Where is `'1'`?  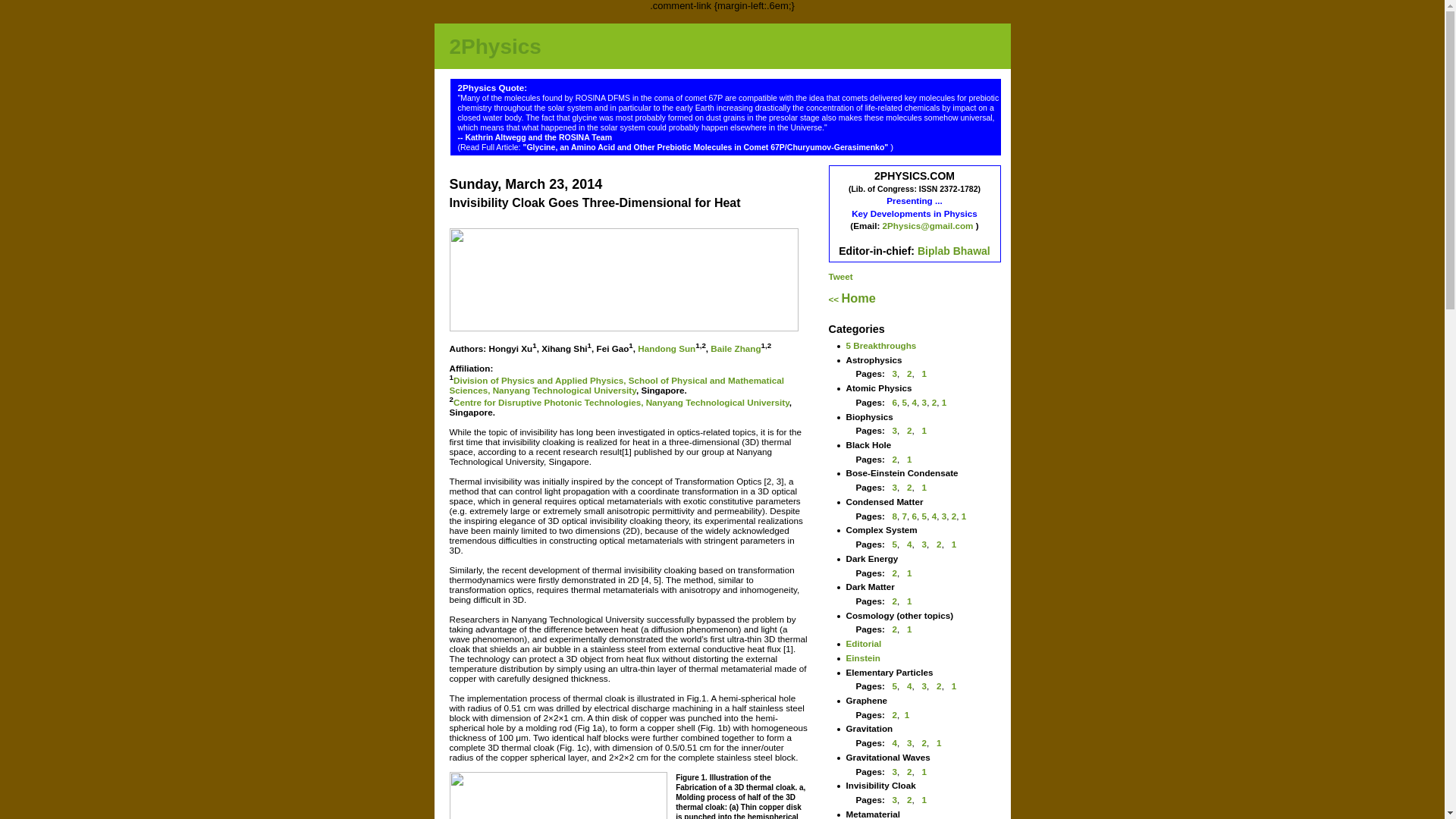 '1' is located at coordinates (924, 799).